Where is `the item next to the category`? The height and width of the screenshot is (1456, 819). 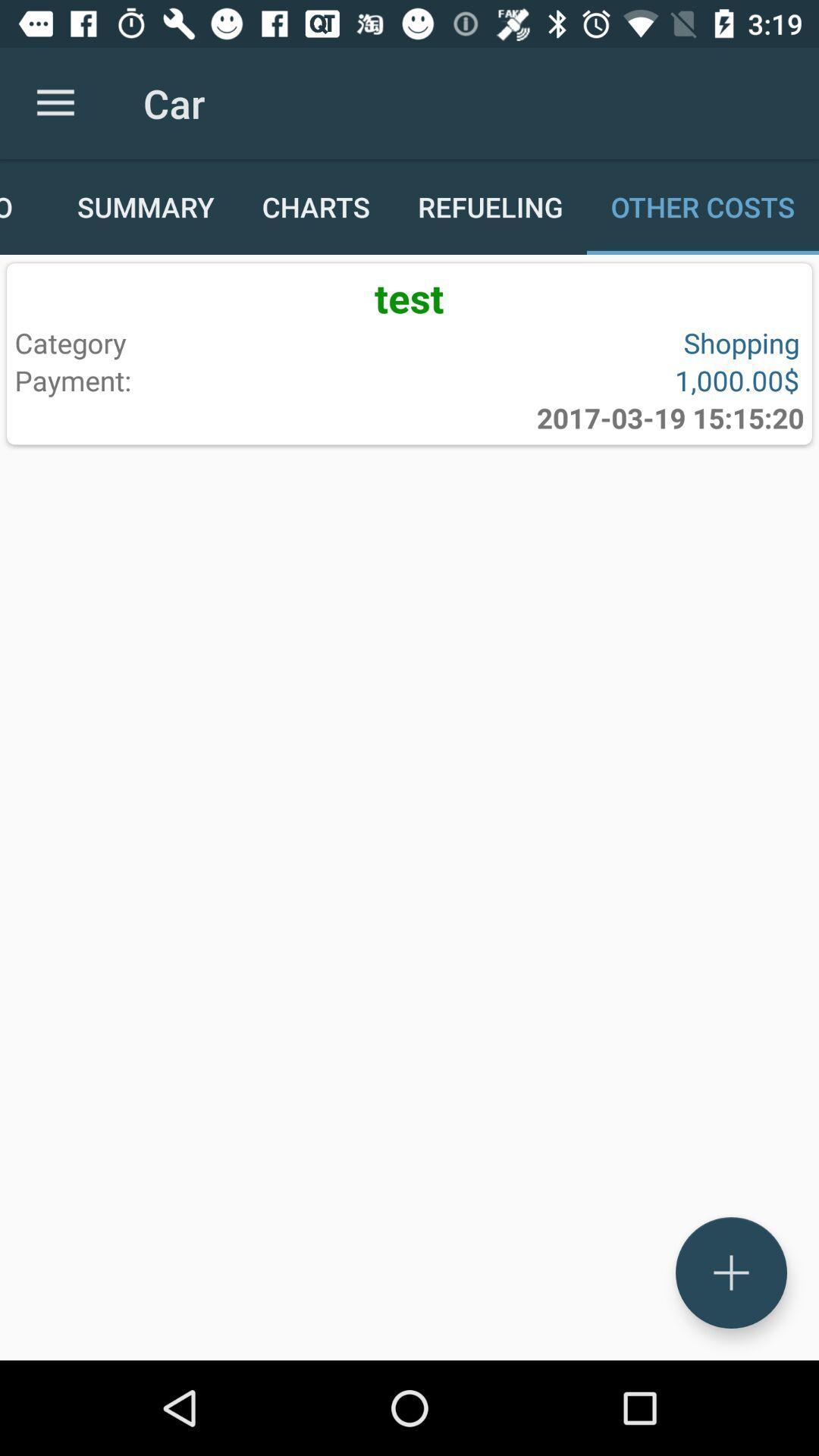
the item next to the category is located at coordinates (601, 380).